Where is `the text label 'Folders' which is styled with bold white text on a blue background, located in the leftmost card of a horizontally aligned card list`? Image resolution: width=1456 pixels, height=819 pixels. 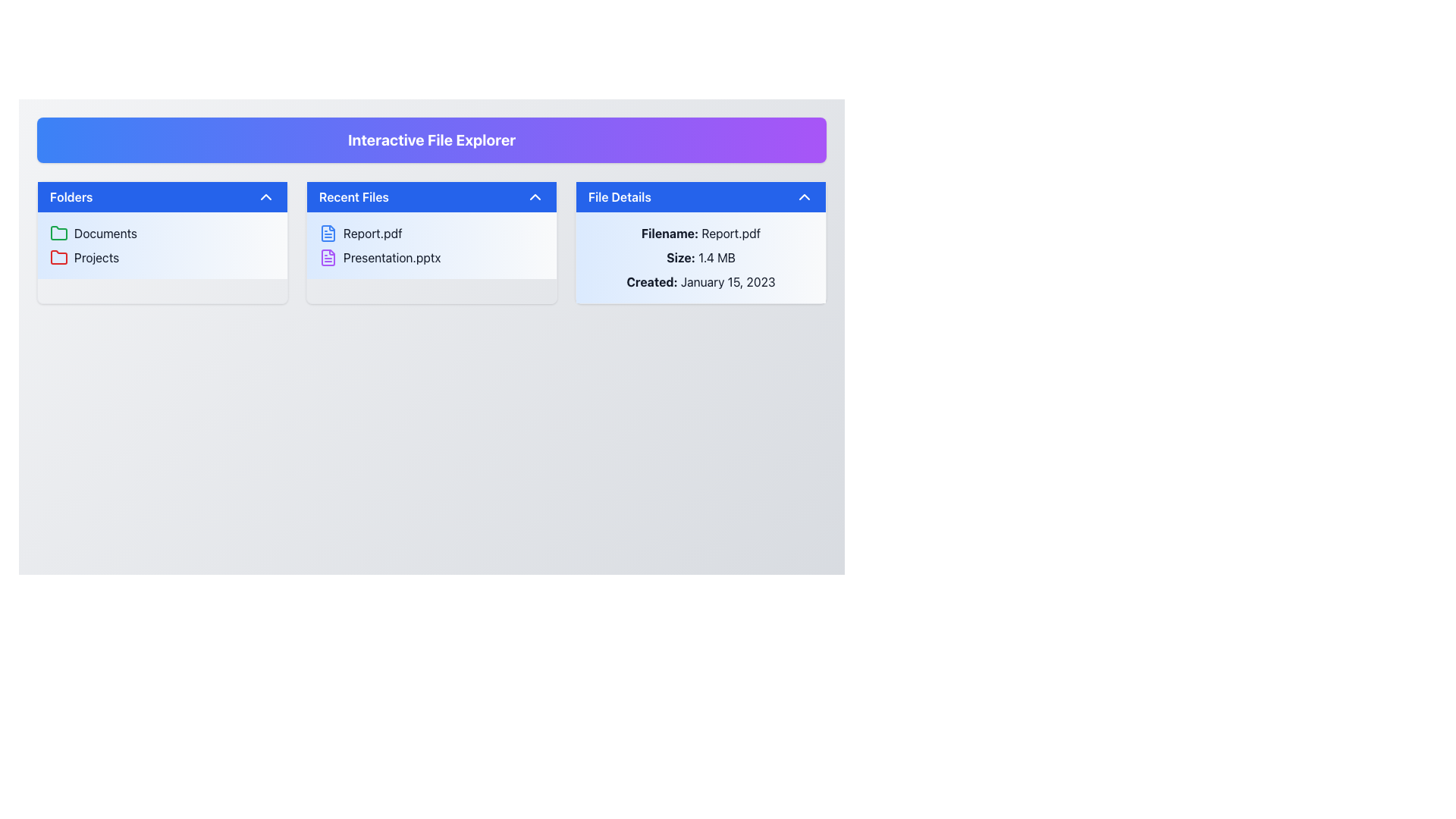
the text label 'Folders' which is styled with bold white text on a blue background, located in the leftmost card of a horizontally aligned card list is located at coordinates (71, 196).